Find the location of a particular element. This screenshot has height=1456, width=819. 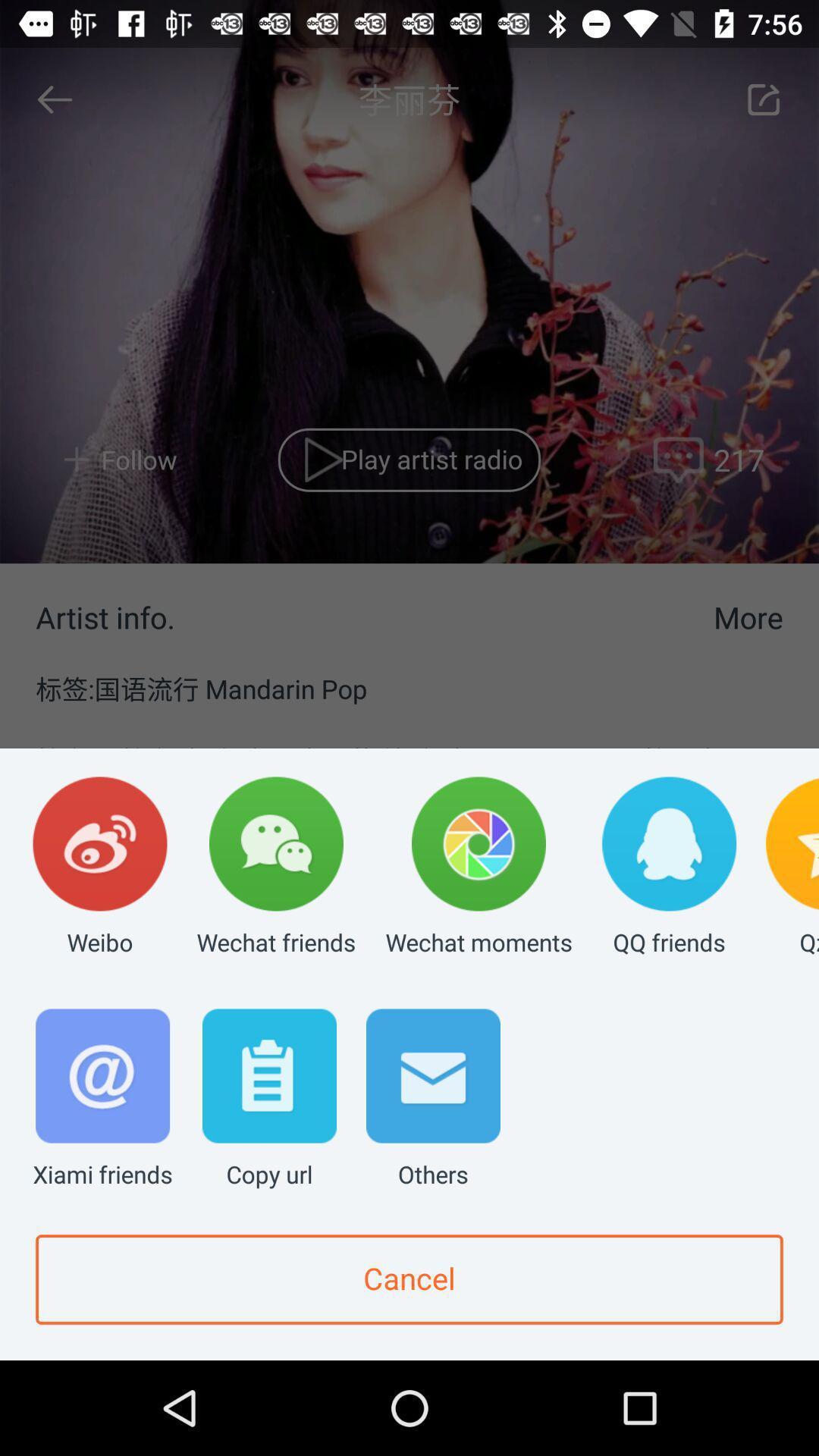

icon next to the wechat friends app is located at coordinates (99, 868).